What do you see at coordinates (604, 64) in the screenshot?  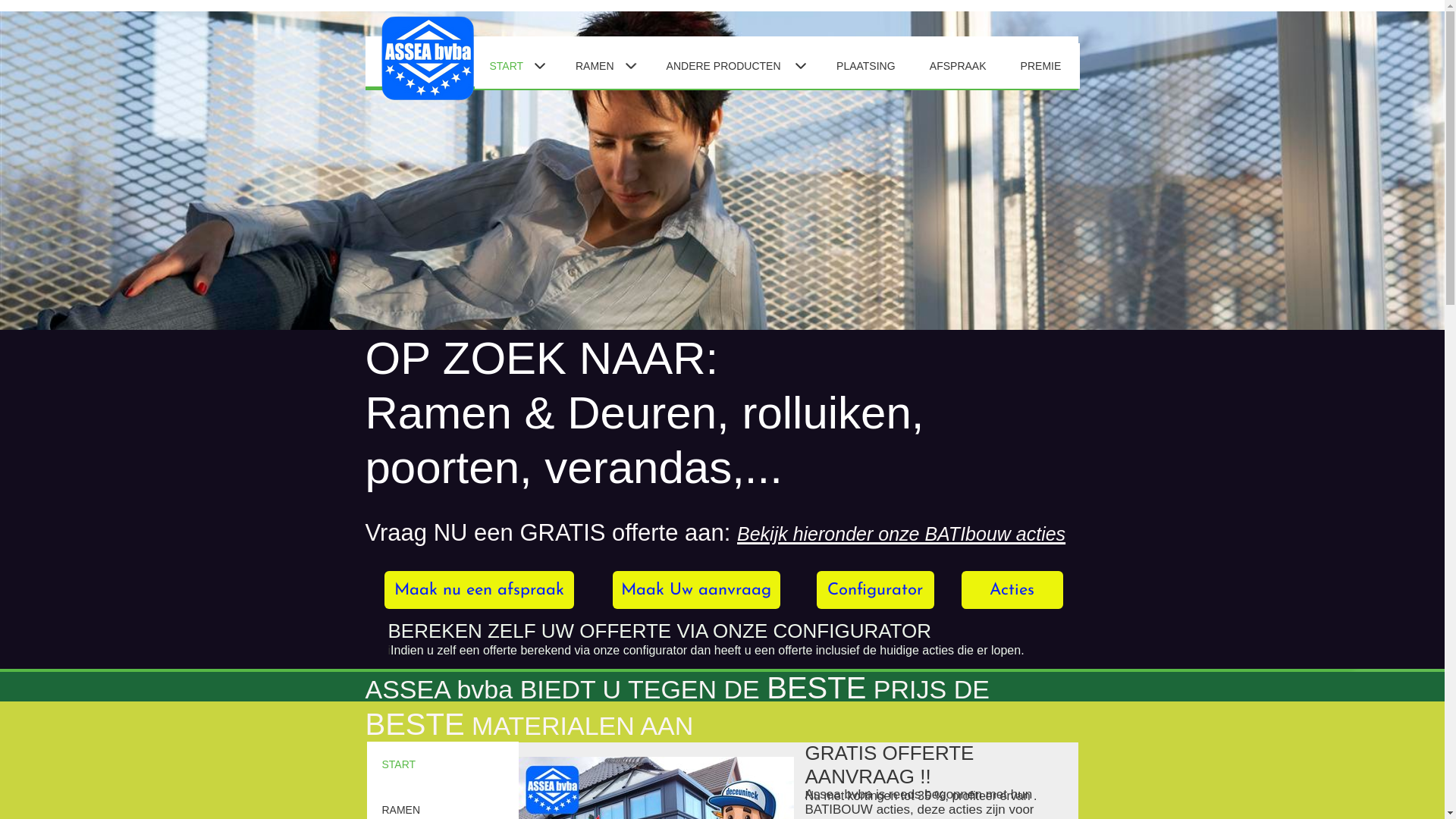 I see `'RAMEN'` at bounding box center [604, 64].